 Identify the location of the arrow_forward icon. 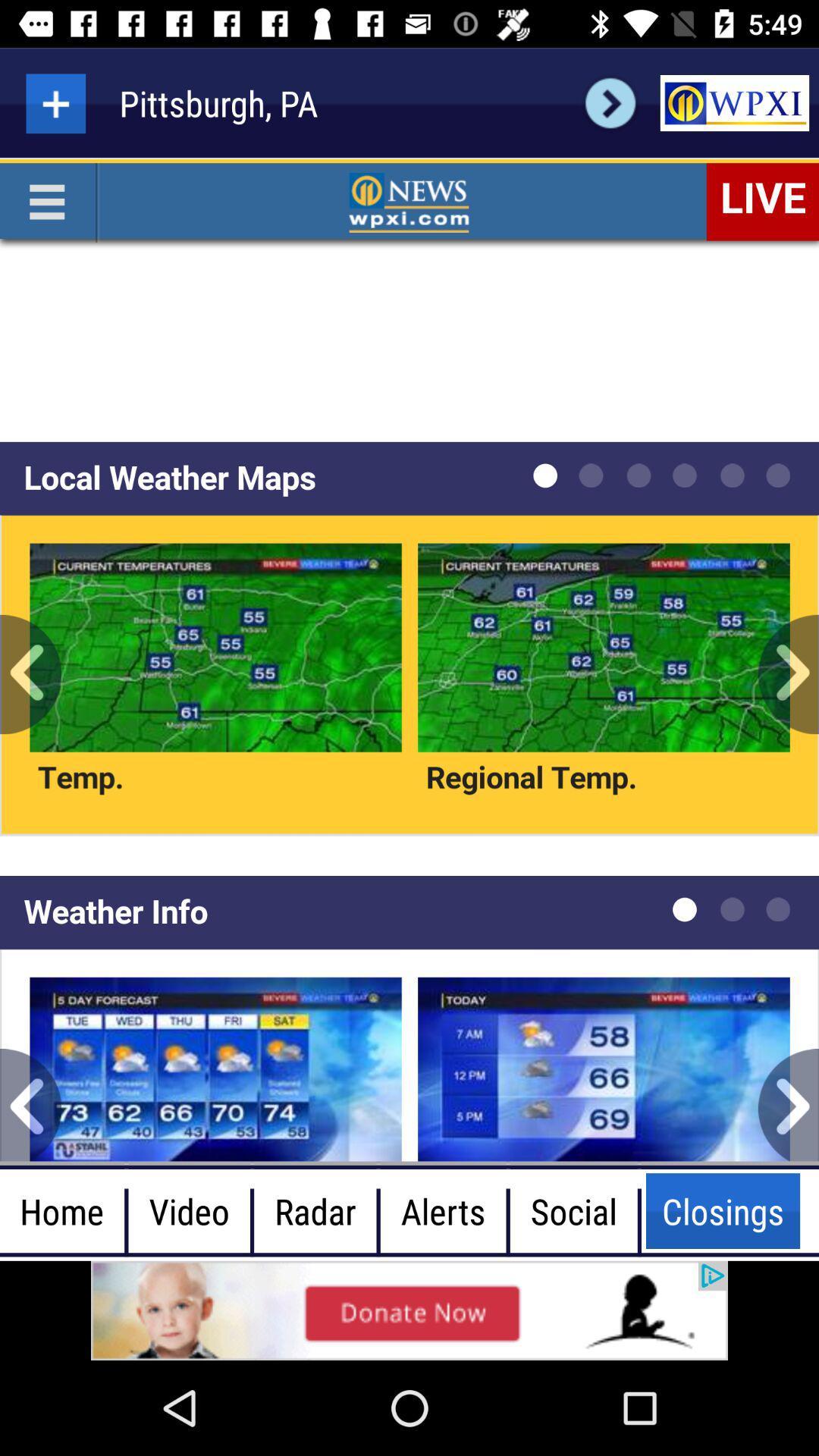
(610, 102).